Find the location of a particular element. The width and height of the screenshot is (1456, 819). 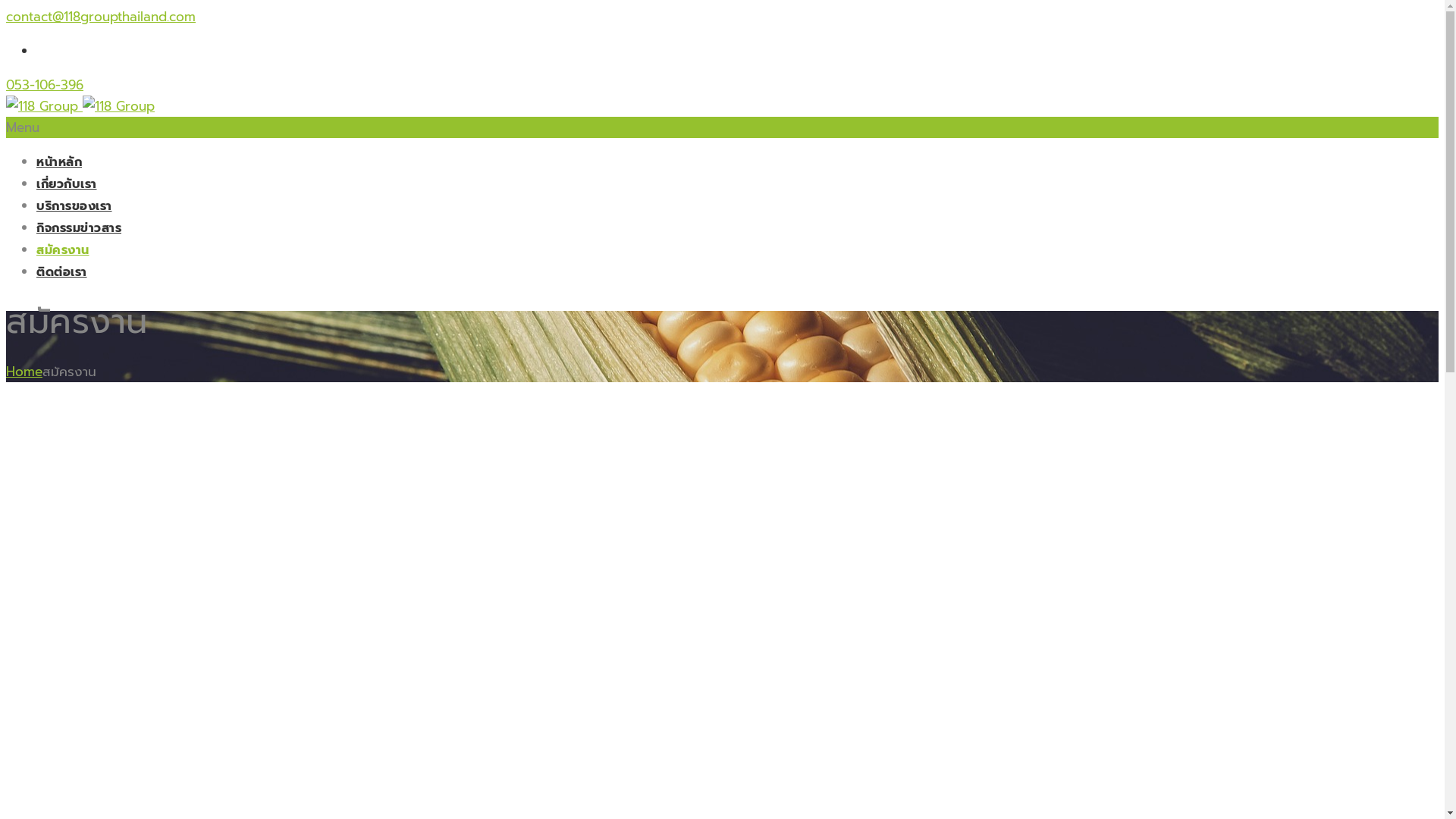

'118 Group' is located at coordinates (82, 105).